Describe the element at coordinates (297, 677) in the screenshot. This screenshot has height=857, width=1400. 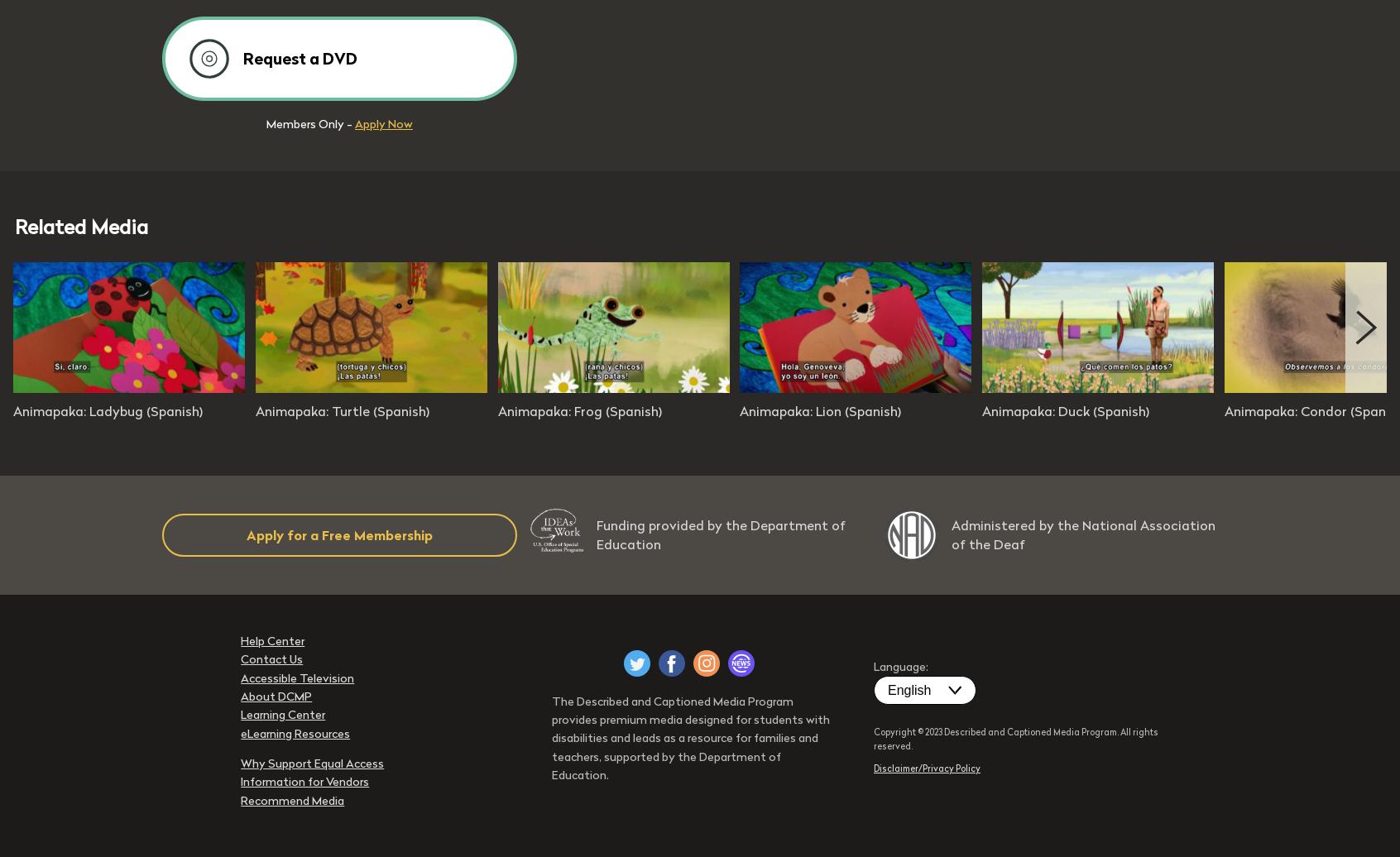
I see `'Accessible Television'` at that location.